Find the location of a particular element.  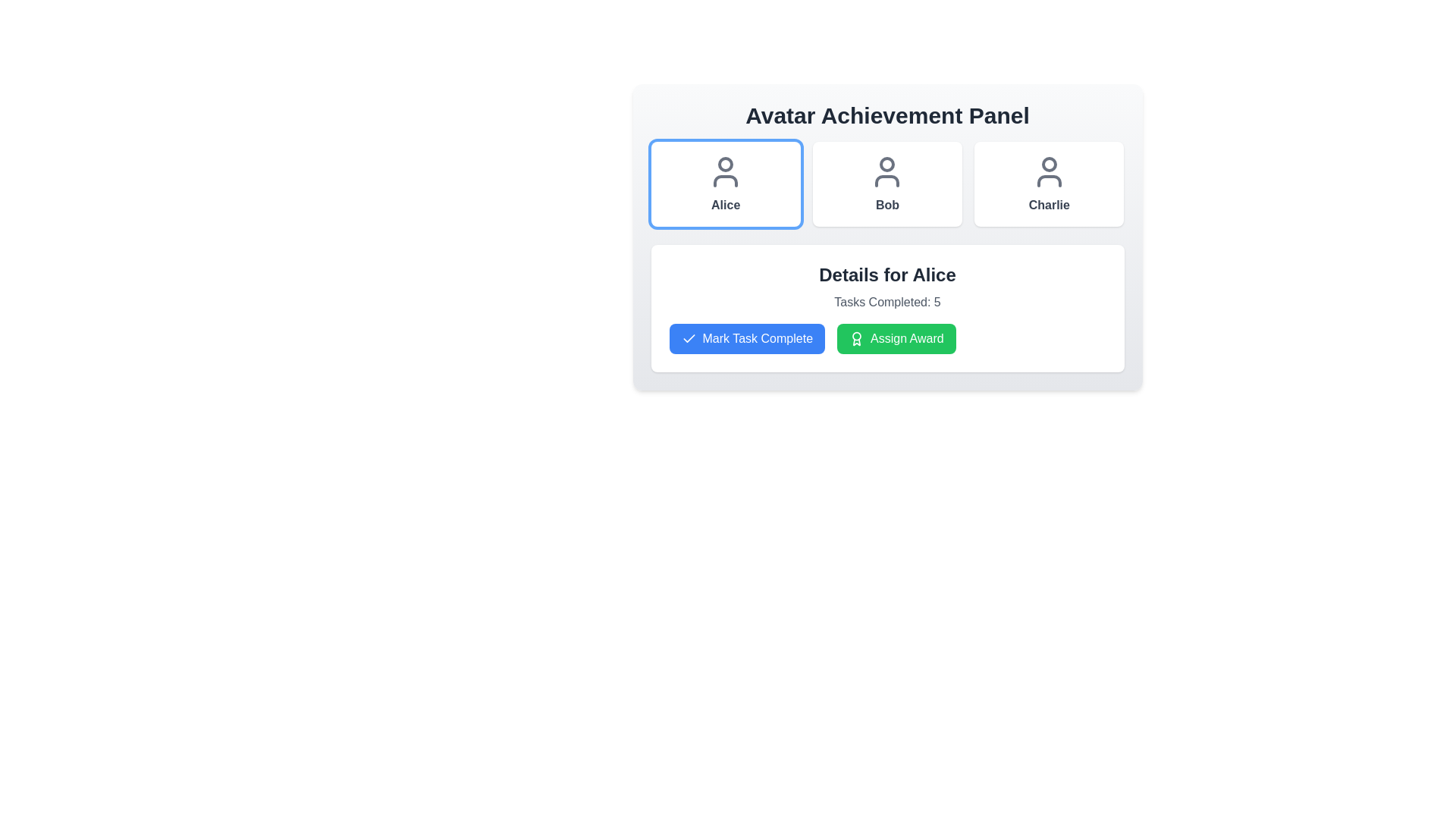

the text label identifying 'Charlie' located at the top-right corner of the white rounded rectangular card in the card layout interface is located at coordinates (1048, 205).